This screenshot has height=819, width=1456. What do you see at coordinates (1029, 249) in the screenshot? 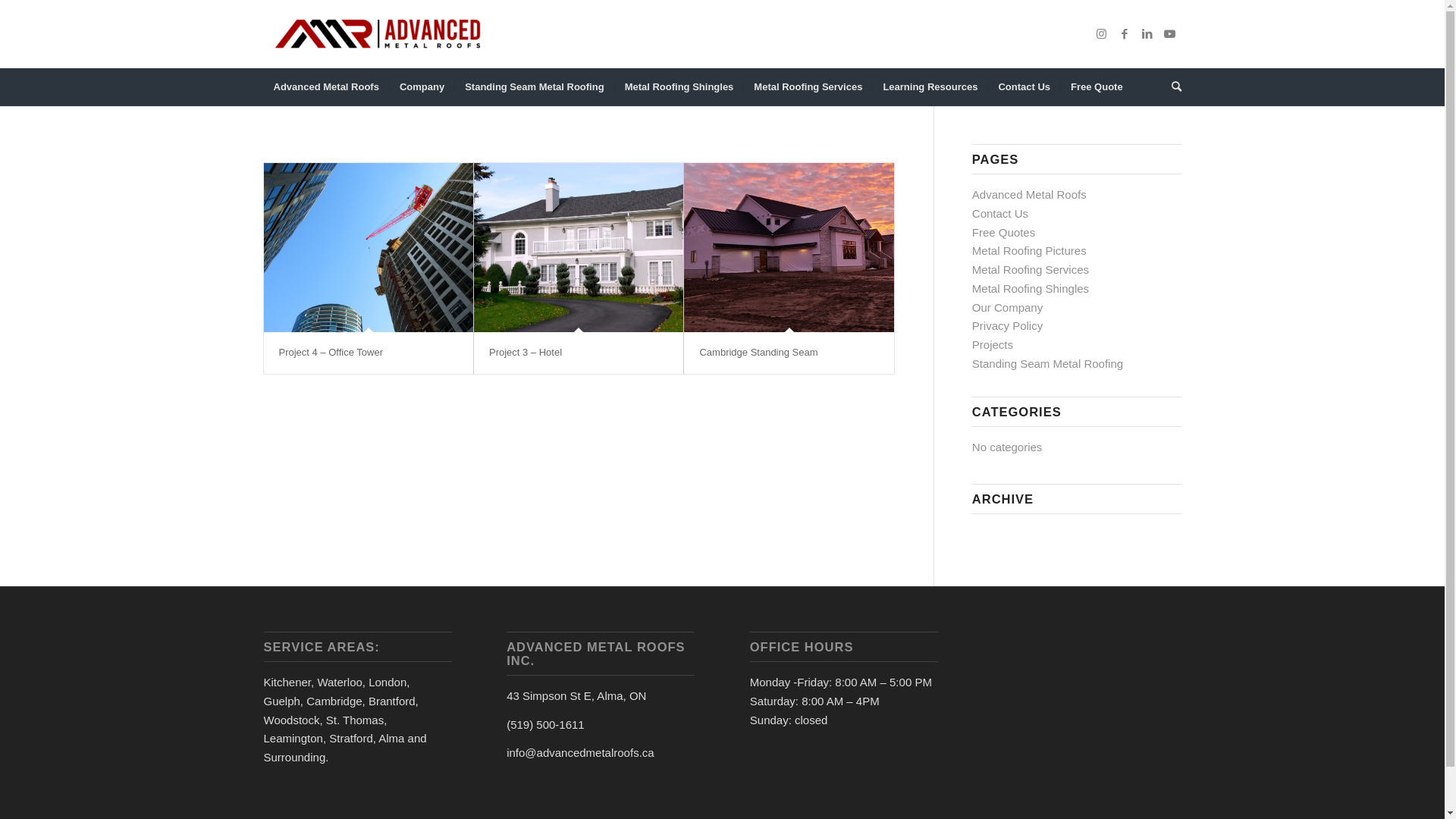
I see `'Metal Roofing Pictures'` at bounding box center [1029, 249].